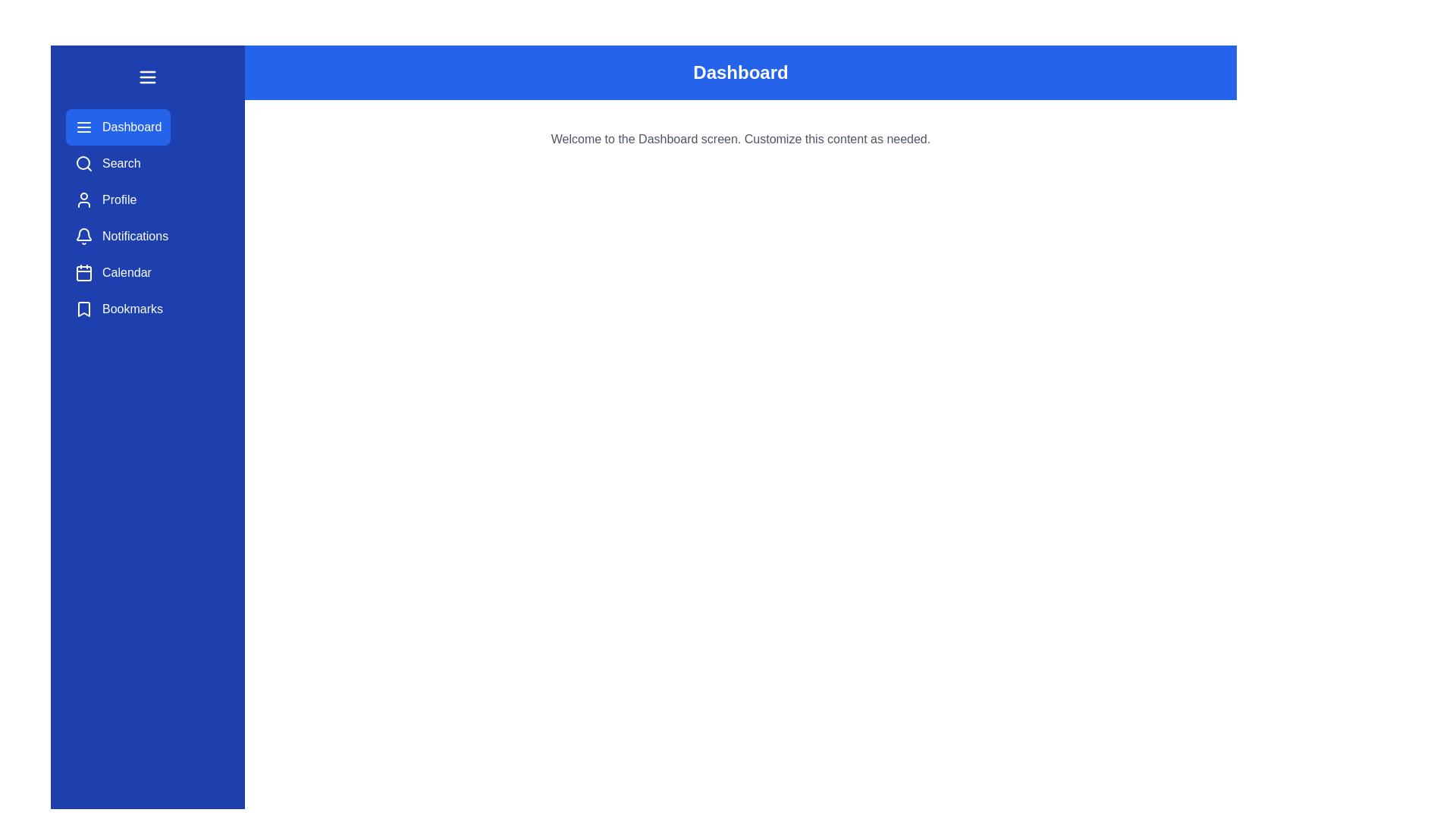 The height and width of the screenshot is (819, 1456). What do you see at coordinates (132, 127) in the screenshot?
I see `the 'Dashboard' text label, which is styled in white text on a blue background within the left menu panel` at bounding box center [132, 127].